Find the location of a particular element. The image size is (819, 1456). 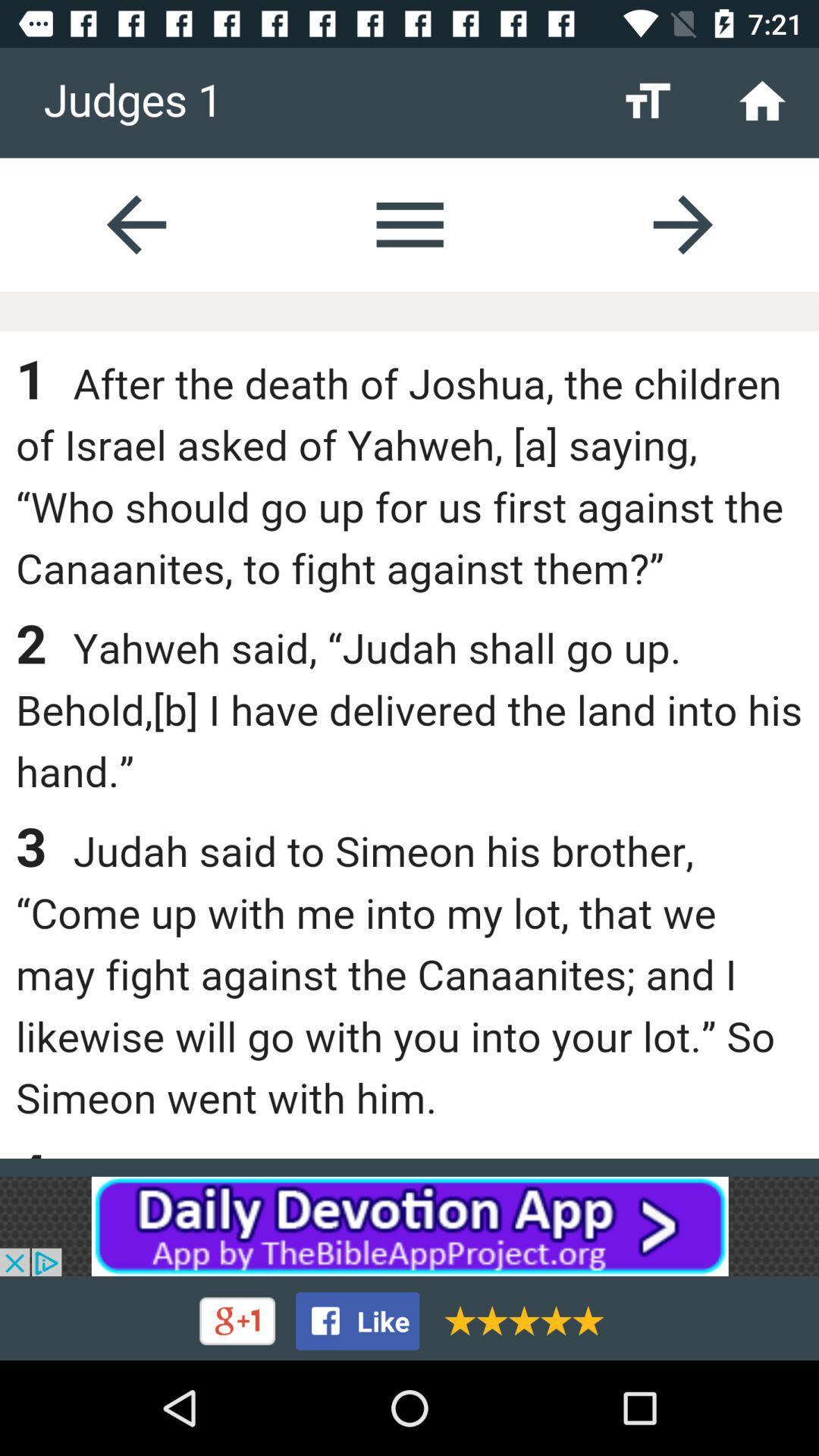

the advertisement is located at coordinates (409, 1226).